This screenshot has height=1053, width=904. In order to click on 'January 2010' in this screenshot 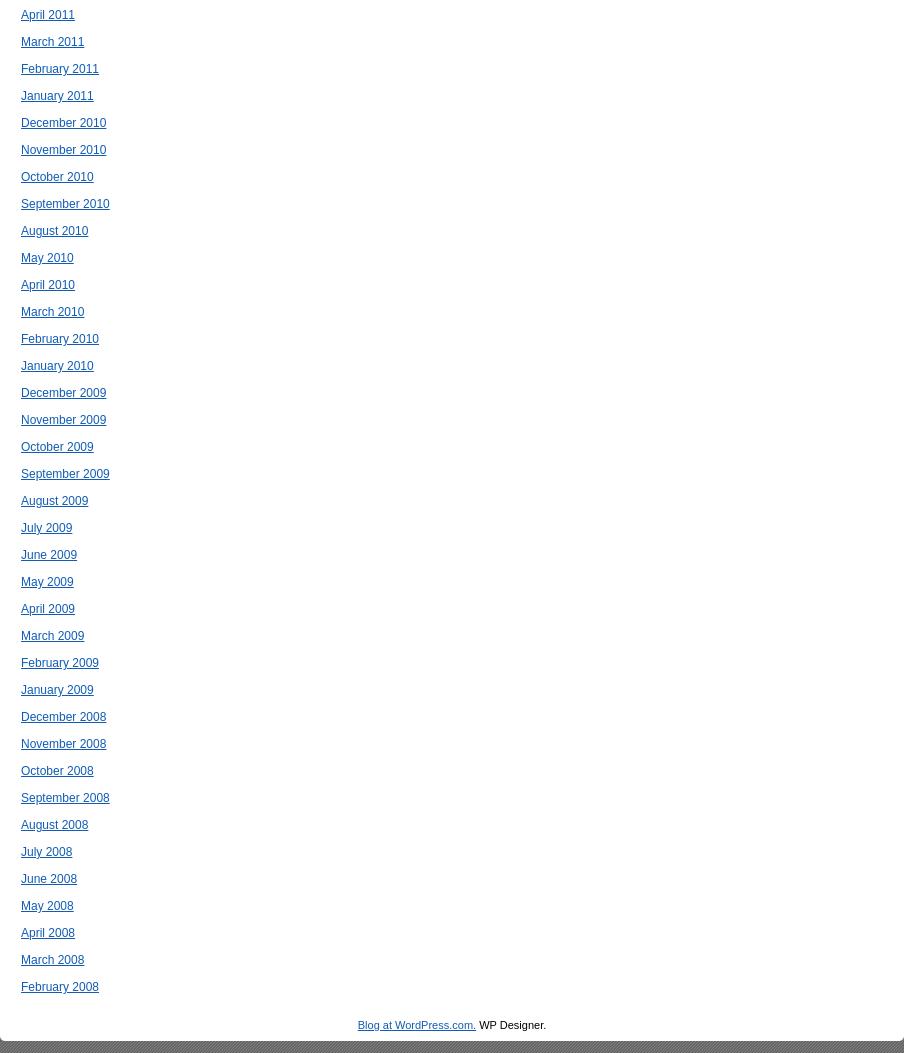, I will do `click(56, 365)`.